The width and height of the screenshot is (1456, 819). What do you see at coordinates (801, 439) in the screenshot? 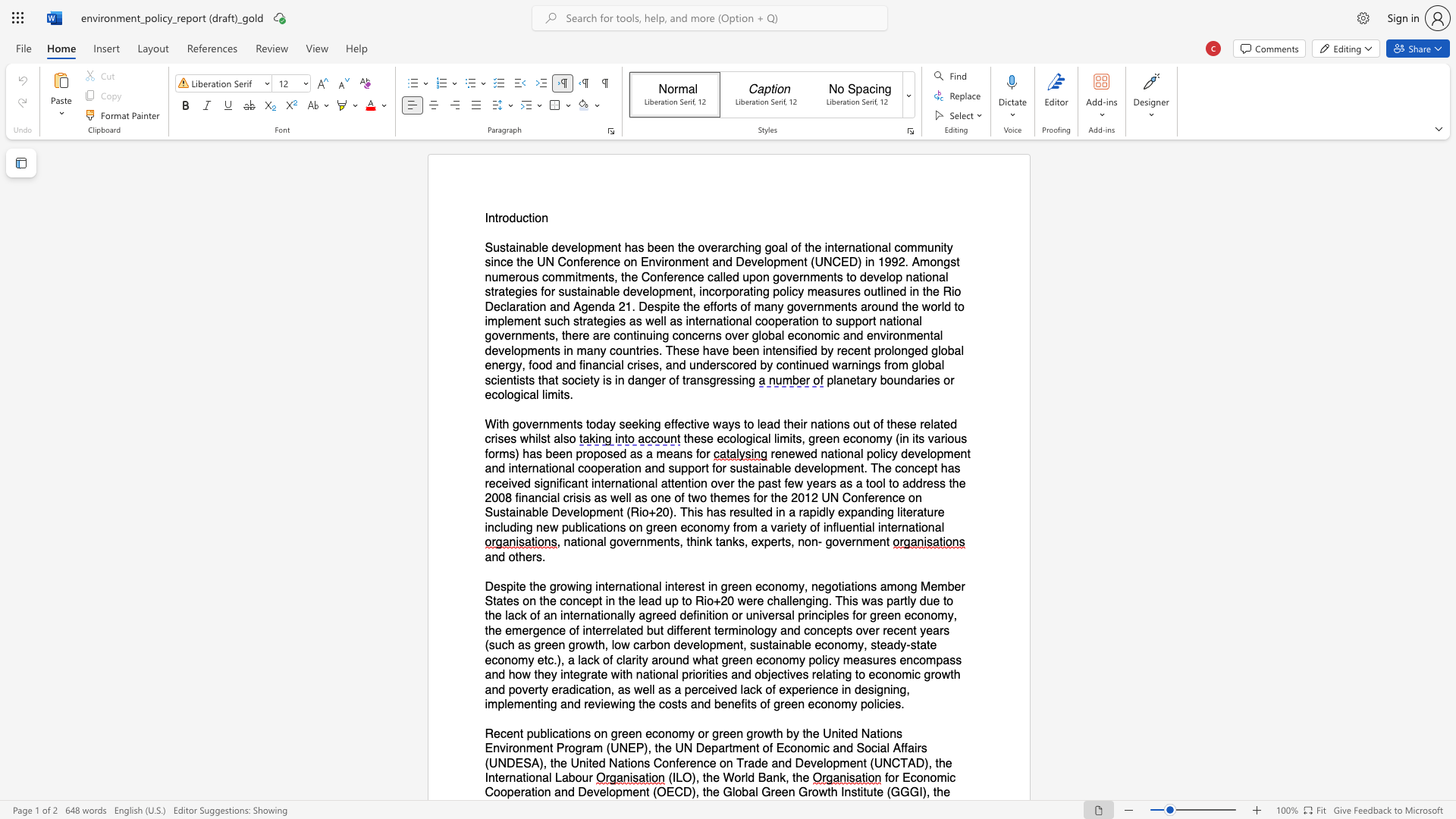
I see `the subset text ", green economy (in its various forms) has be" within the text "these ecological limits, green economy (in its various forms) has been proposed as a means for"` at bounding box center [801, 439].